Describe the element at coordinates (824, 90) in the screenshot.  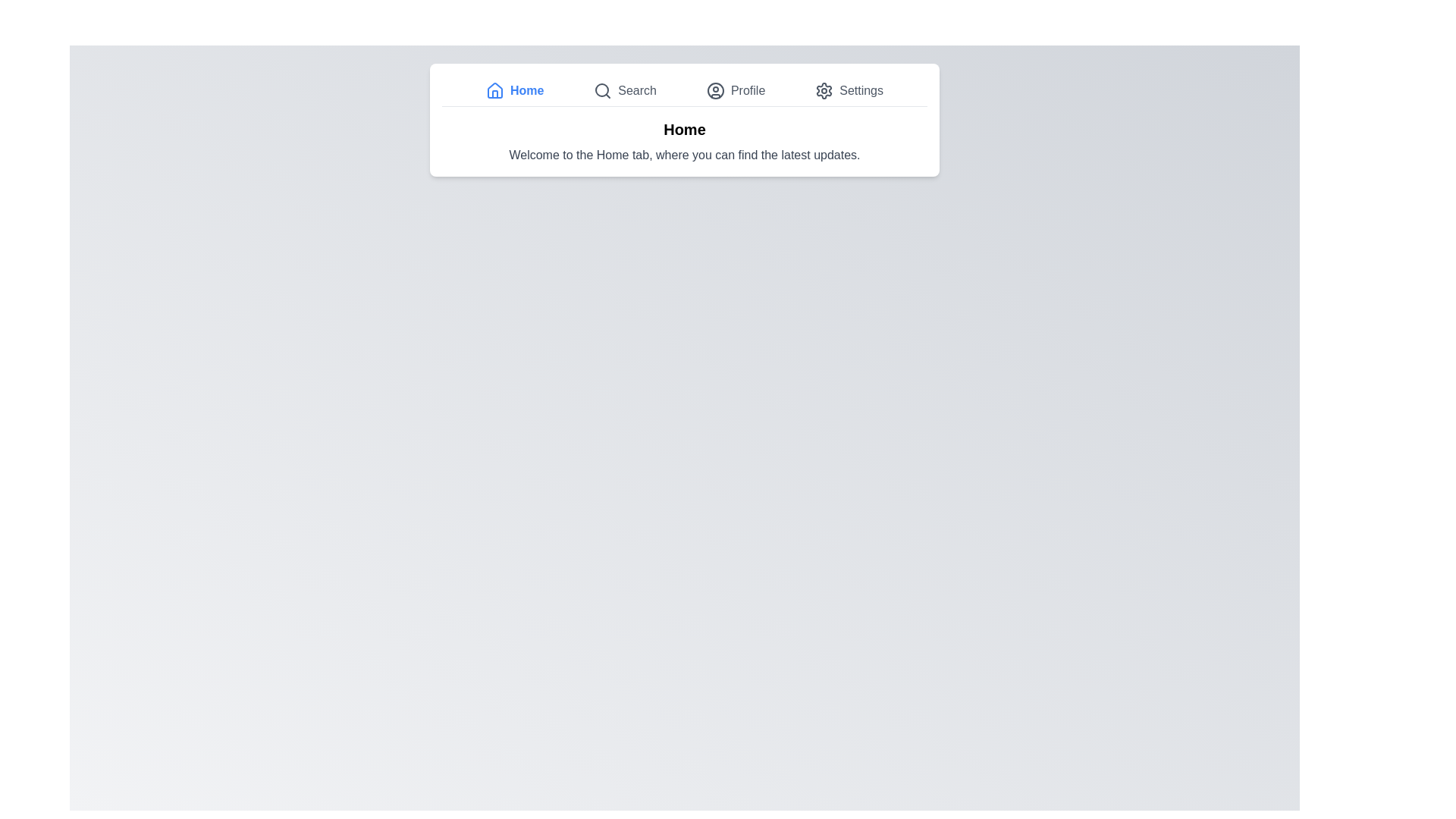
I see `the 'Settings' icon button located as the rightmost icon in the top horizontal navigation bar` at that location.